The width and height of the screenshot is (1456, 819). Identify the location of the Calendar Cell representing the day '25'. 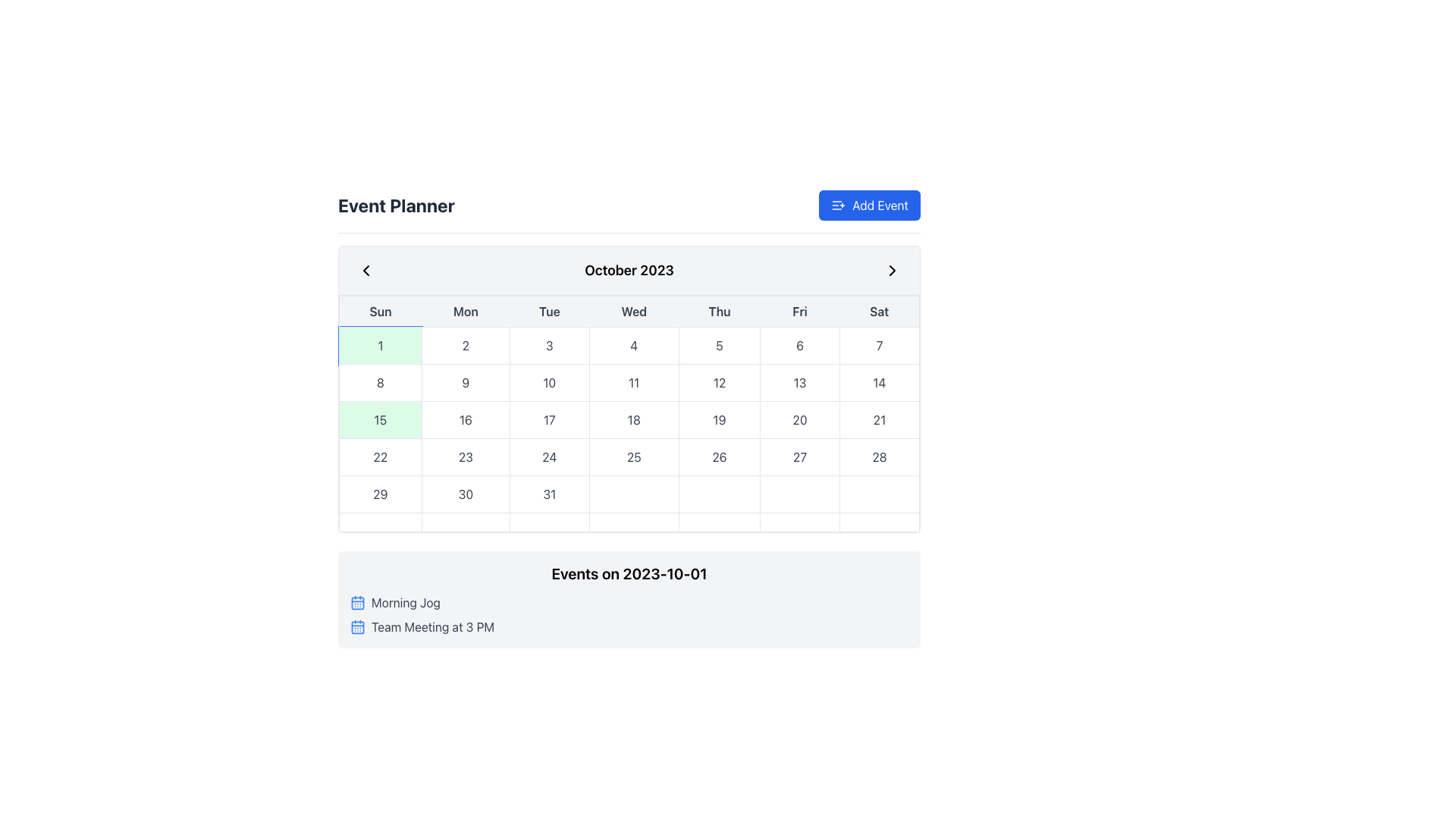
(634, 456).